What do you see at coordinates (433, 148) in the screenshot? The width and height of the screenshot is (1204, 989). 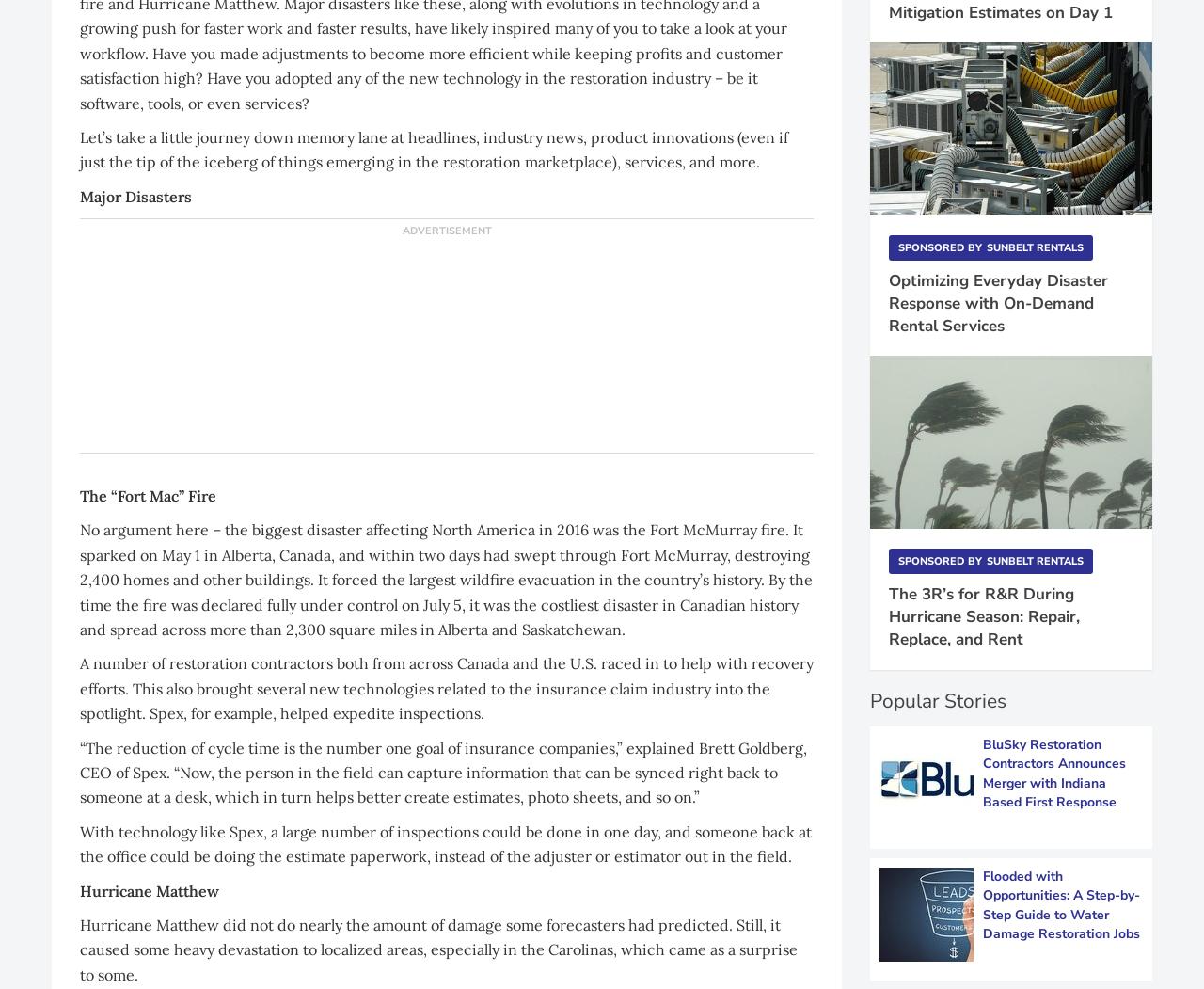 I see `'Let’s take a little journey down memory lane at headlines, industry news, product innovations (even if just the tip of the iceberg of things emerging in the restoration marketplace), services, and more.'` at bounding box center [433, 148].